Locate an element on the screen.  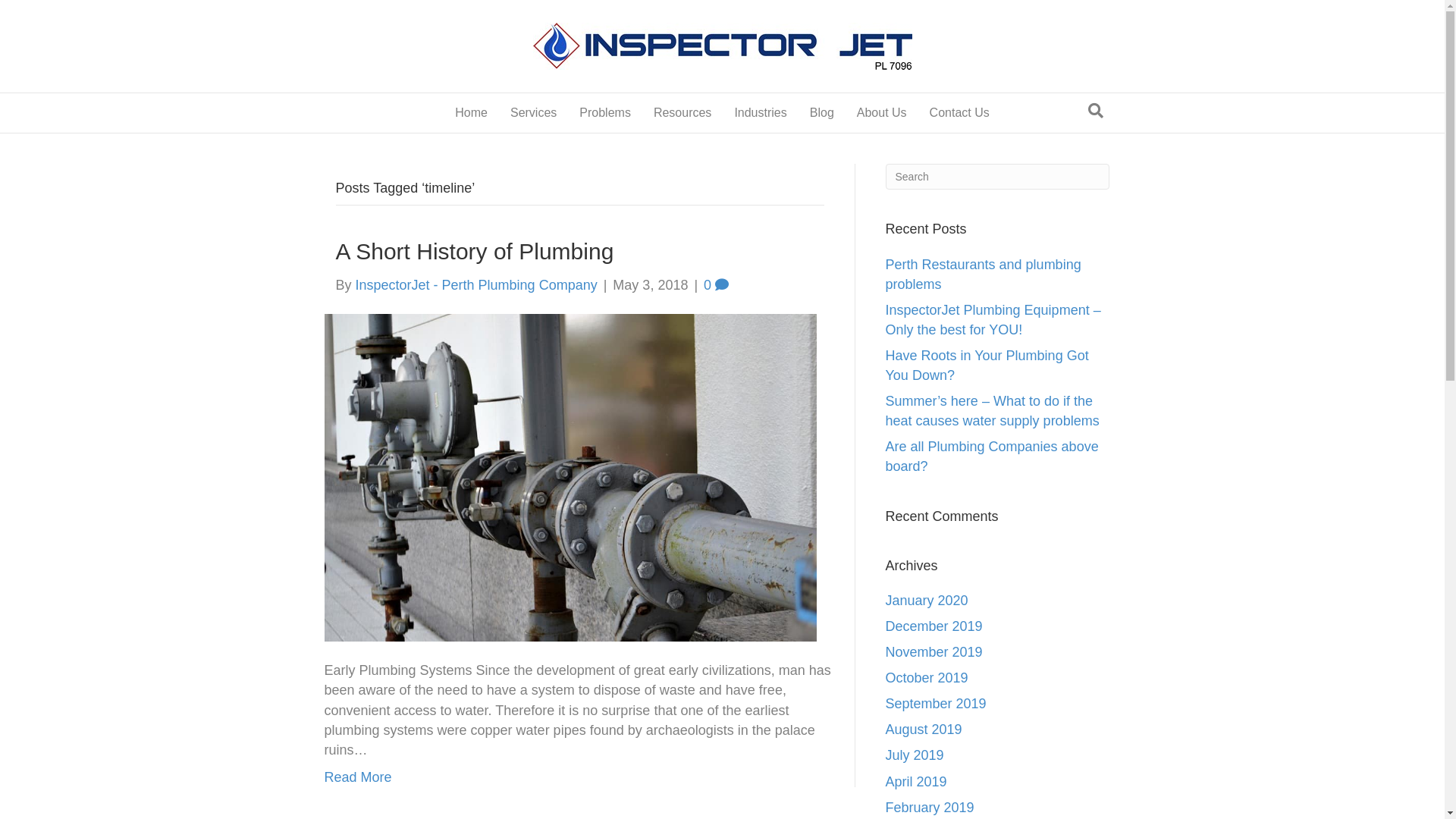
'April 2019' is located at coordinates (915, 781).